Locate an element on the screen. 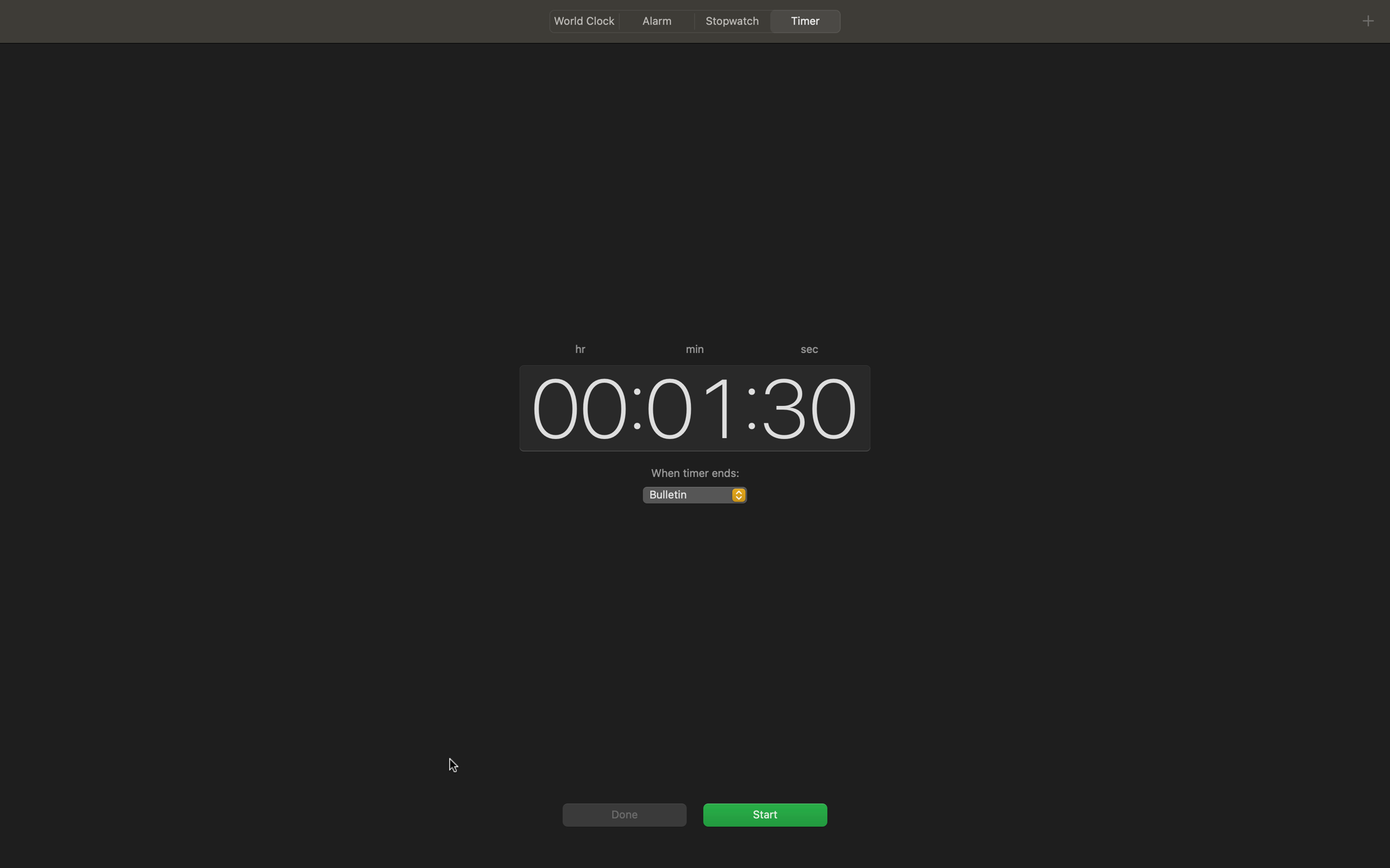  Adjust the time seconds count to 45 is located at coordinates (810, 405).